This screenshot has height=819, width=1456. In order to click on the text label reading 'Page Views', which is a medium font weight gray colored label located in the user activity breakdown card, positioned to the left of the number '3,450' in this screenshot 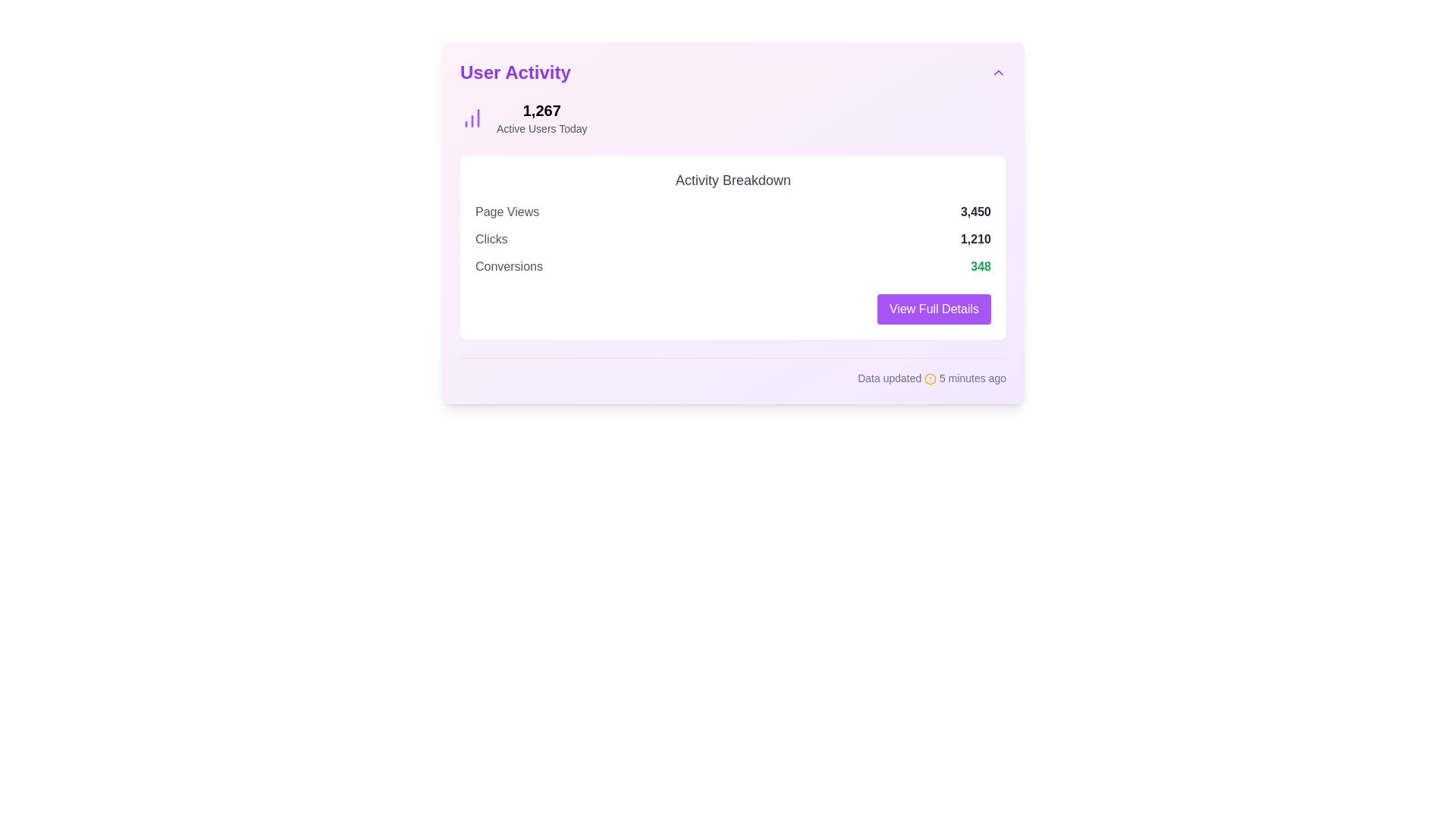, I will do `click(507, 212)`.